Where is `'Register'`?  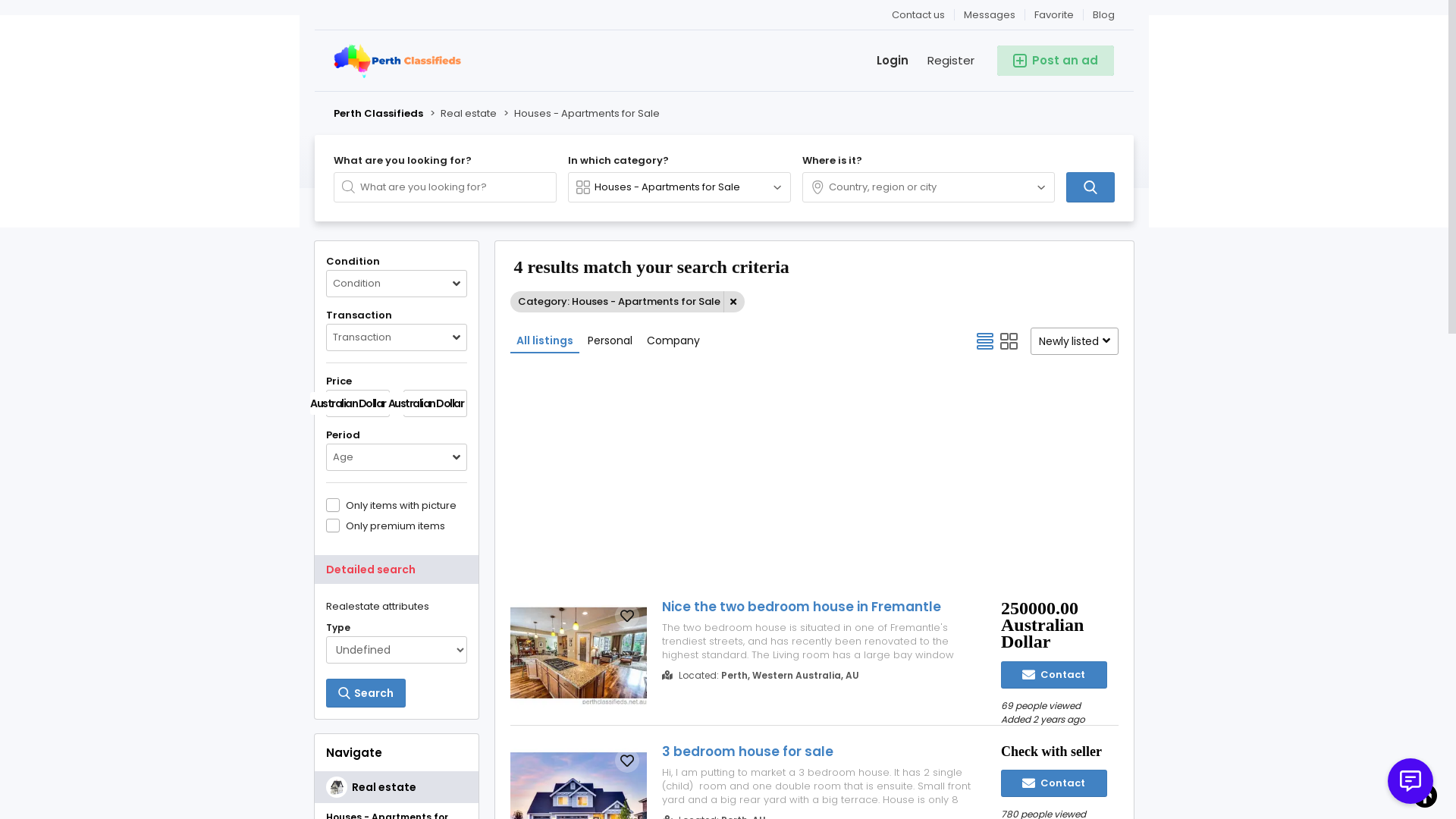 'Register' is located at coordinates (940, 60).